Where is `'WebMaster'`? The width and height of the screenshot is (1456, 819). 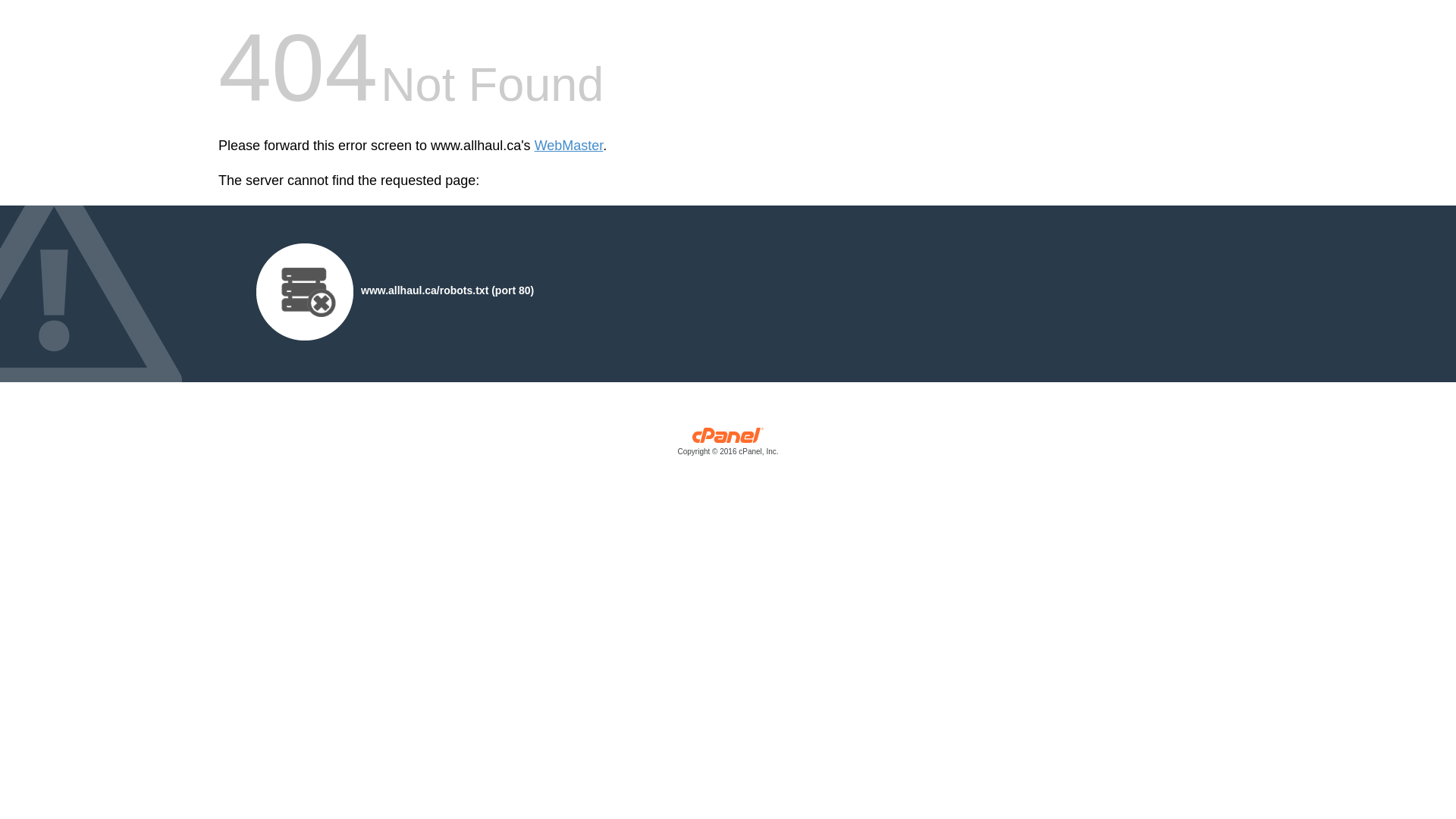 'WebMaster' is located at coordinates (568, 146).